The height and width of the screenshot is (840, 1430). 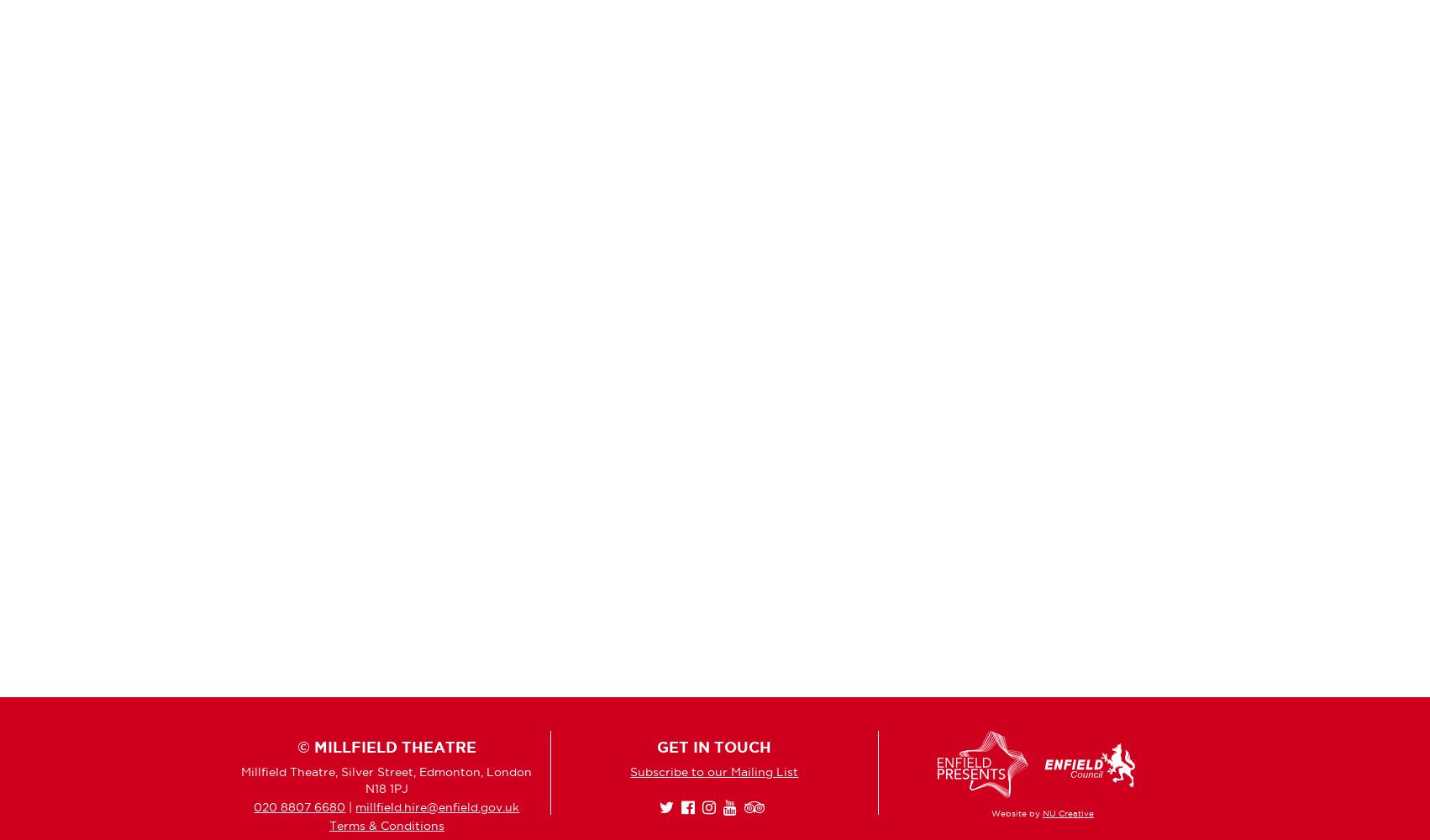 I want to click on 'Website by', so click(x=990, y=812).